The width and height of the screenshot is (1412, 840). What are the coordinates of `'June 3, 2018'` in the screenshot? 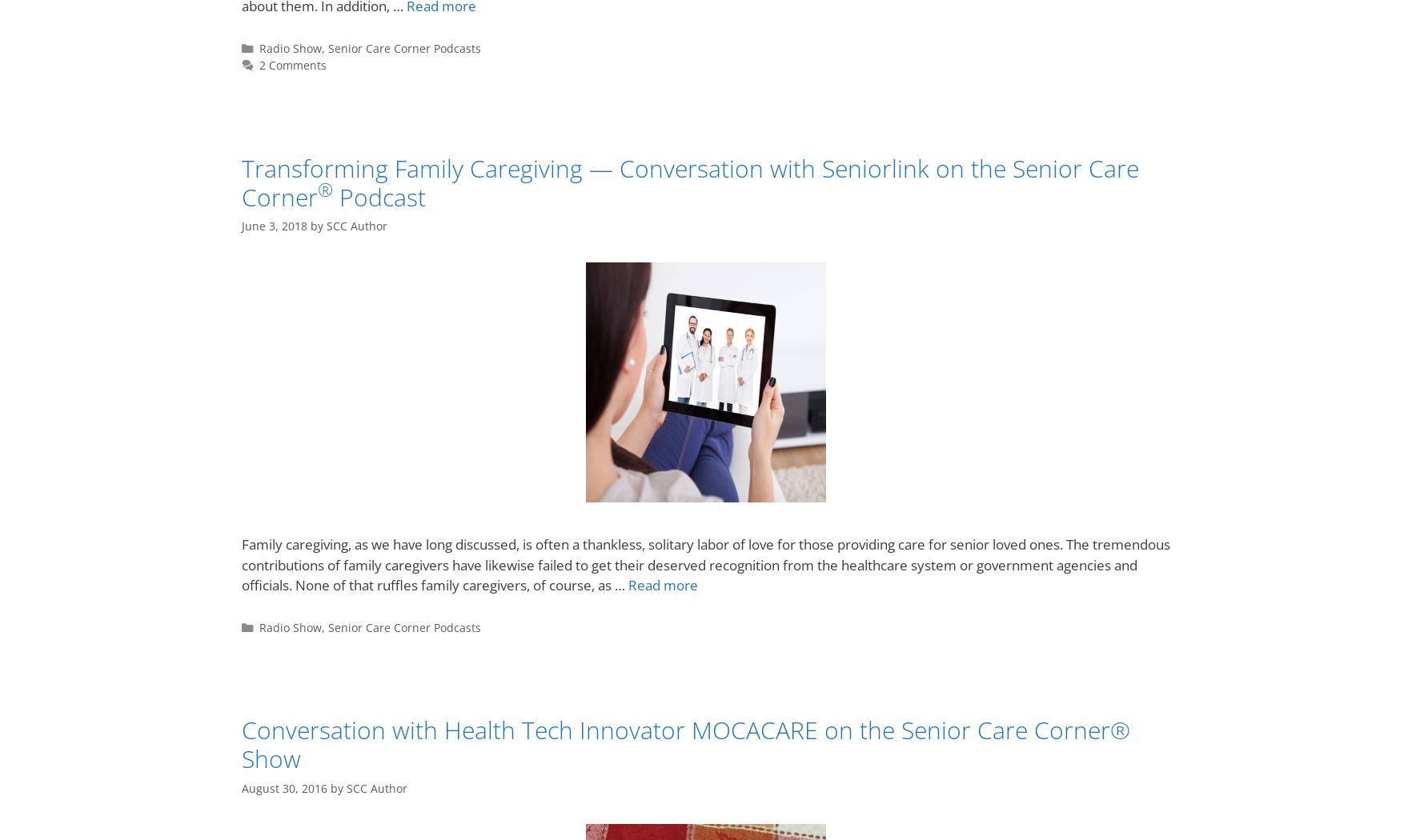 It's located at (241, 225).